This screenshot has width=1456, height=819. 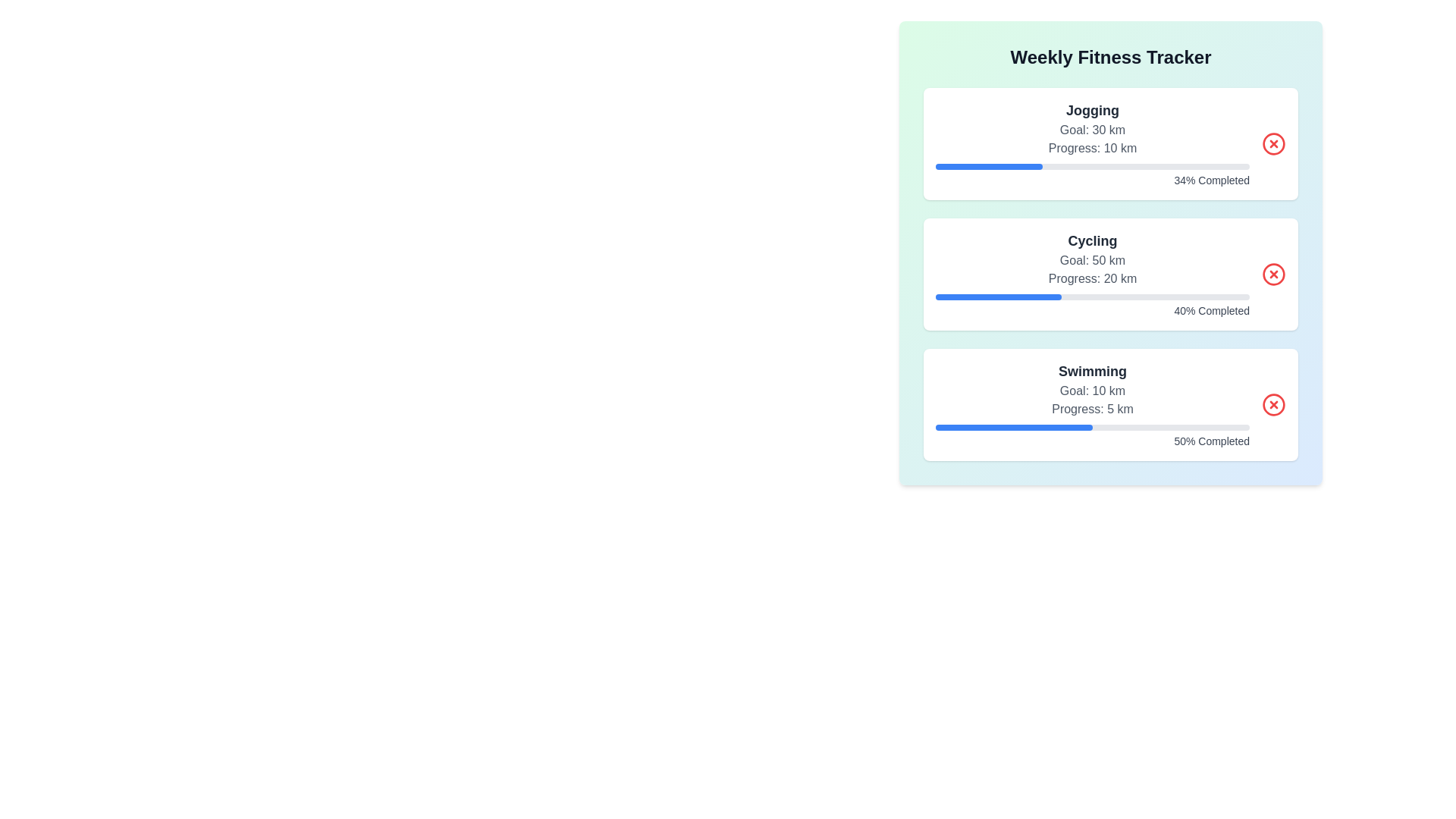 I want to click on the 'Weekly Fitness Tracker' header text, so click(x=1110, y=57).